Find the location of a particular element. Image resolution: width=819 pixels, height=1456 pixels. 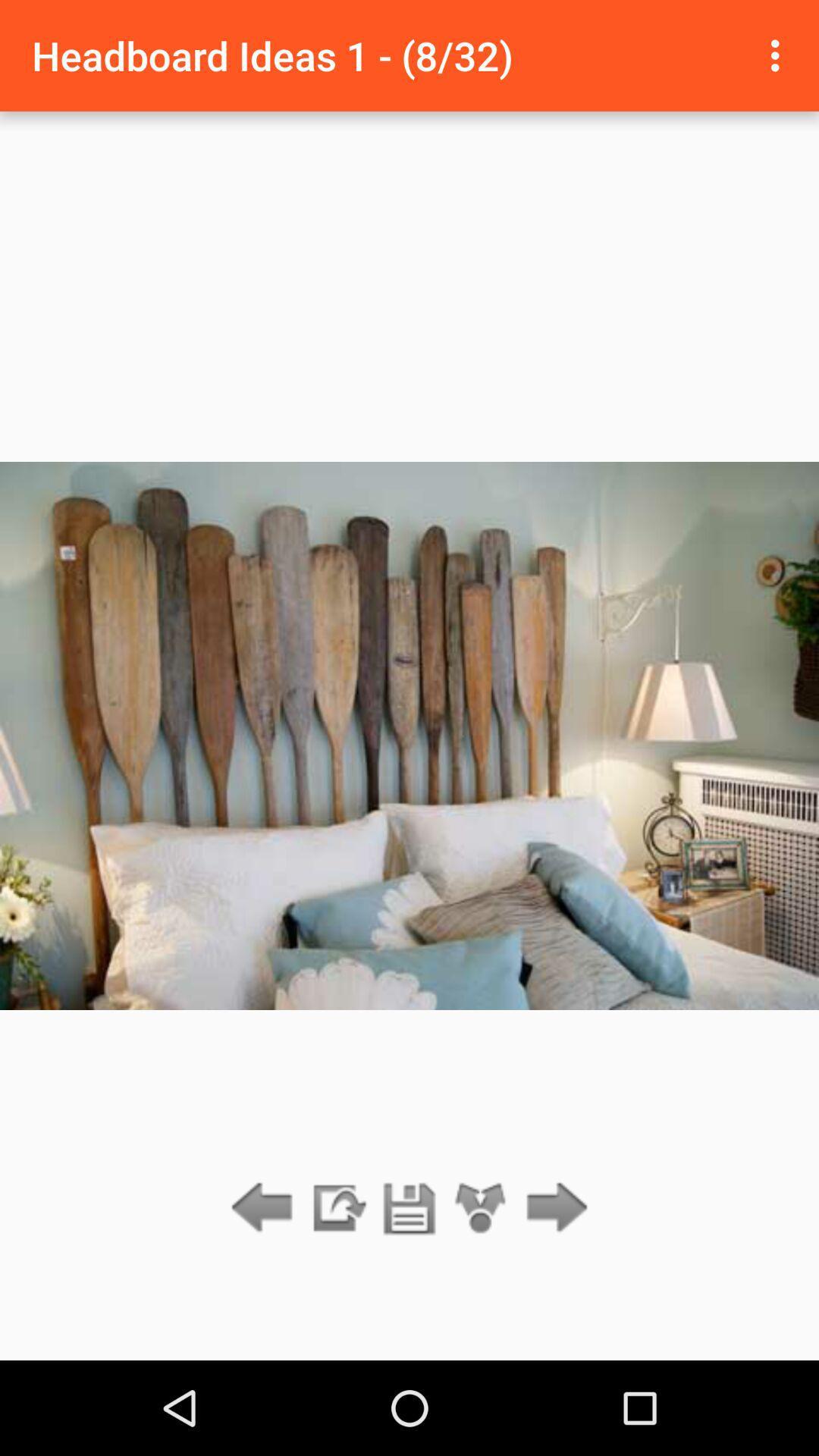

your idea is located at coordinates (409, 1208).